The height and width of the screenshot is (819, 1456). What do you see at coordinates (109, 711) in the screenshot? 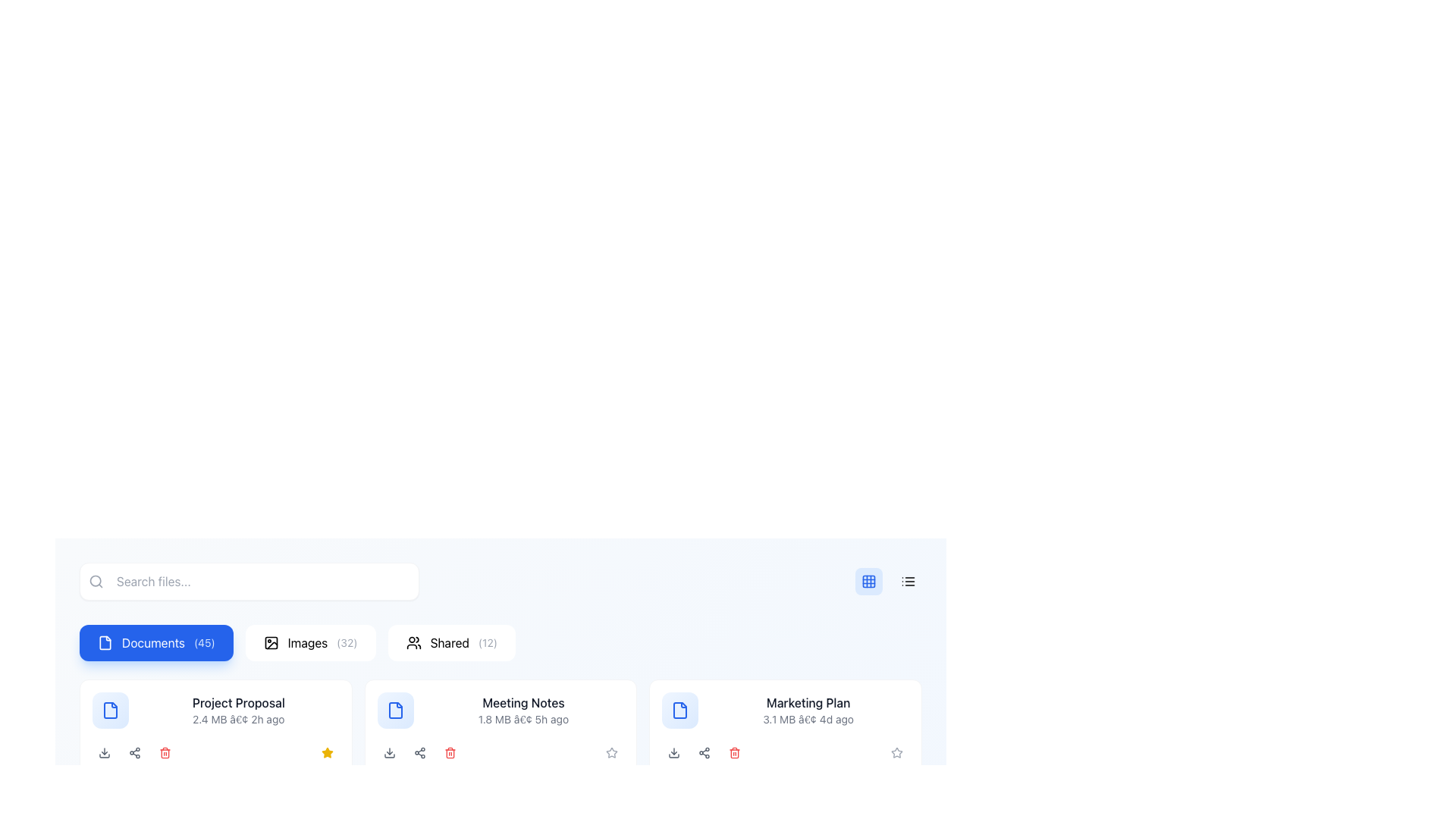
I see `the document icon representing the 'Project Proposal' located in the top-left corner of the file items for identification purposes` at bounding box center [109, 711].